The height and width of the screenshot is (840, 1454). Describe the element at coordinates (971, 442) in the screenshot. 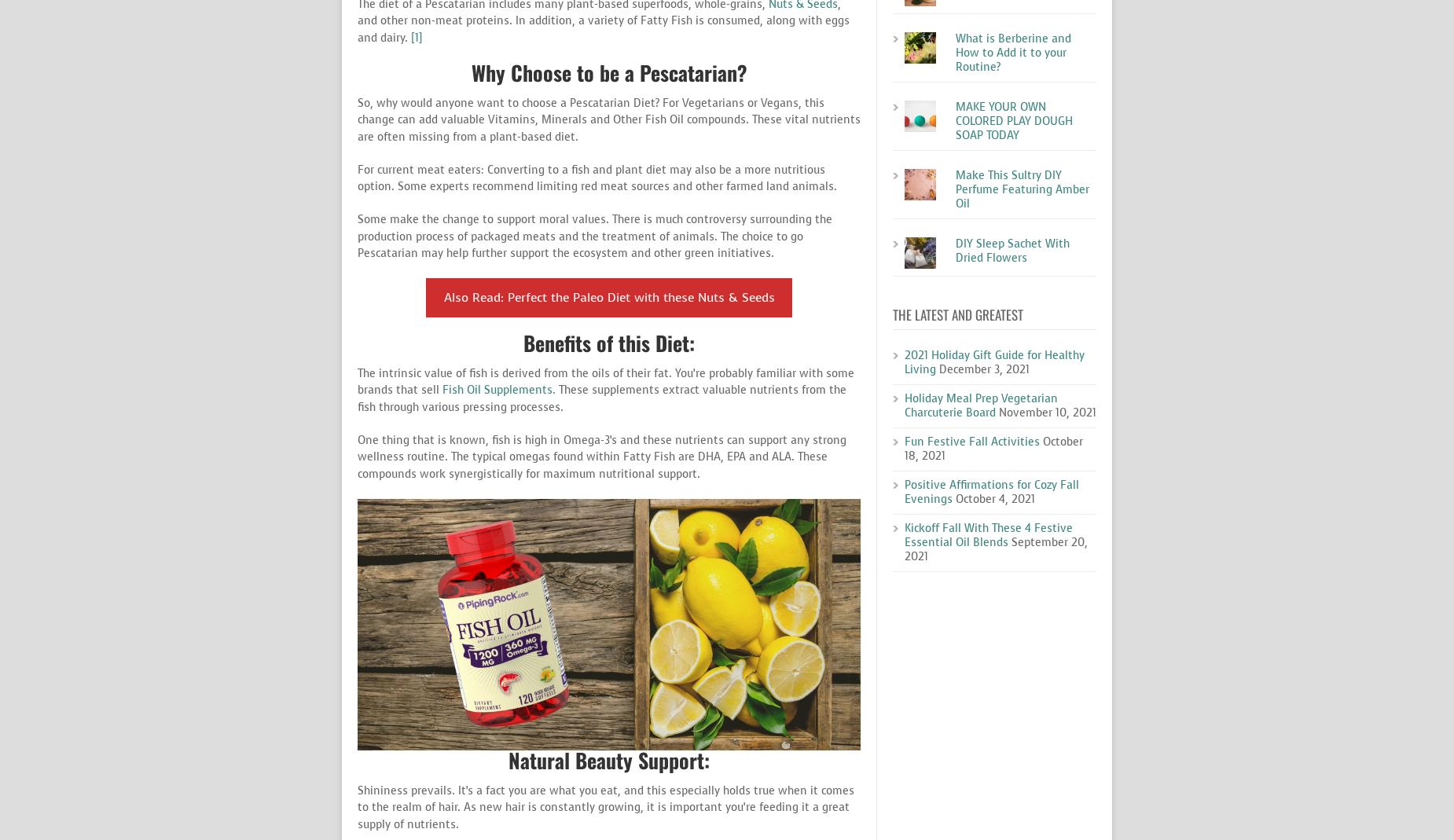

I see `'Fun Festive Fall Activities'` at that location.